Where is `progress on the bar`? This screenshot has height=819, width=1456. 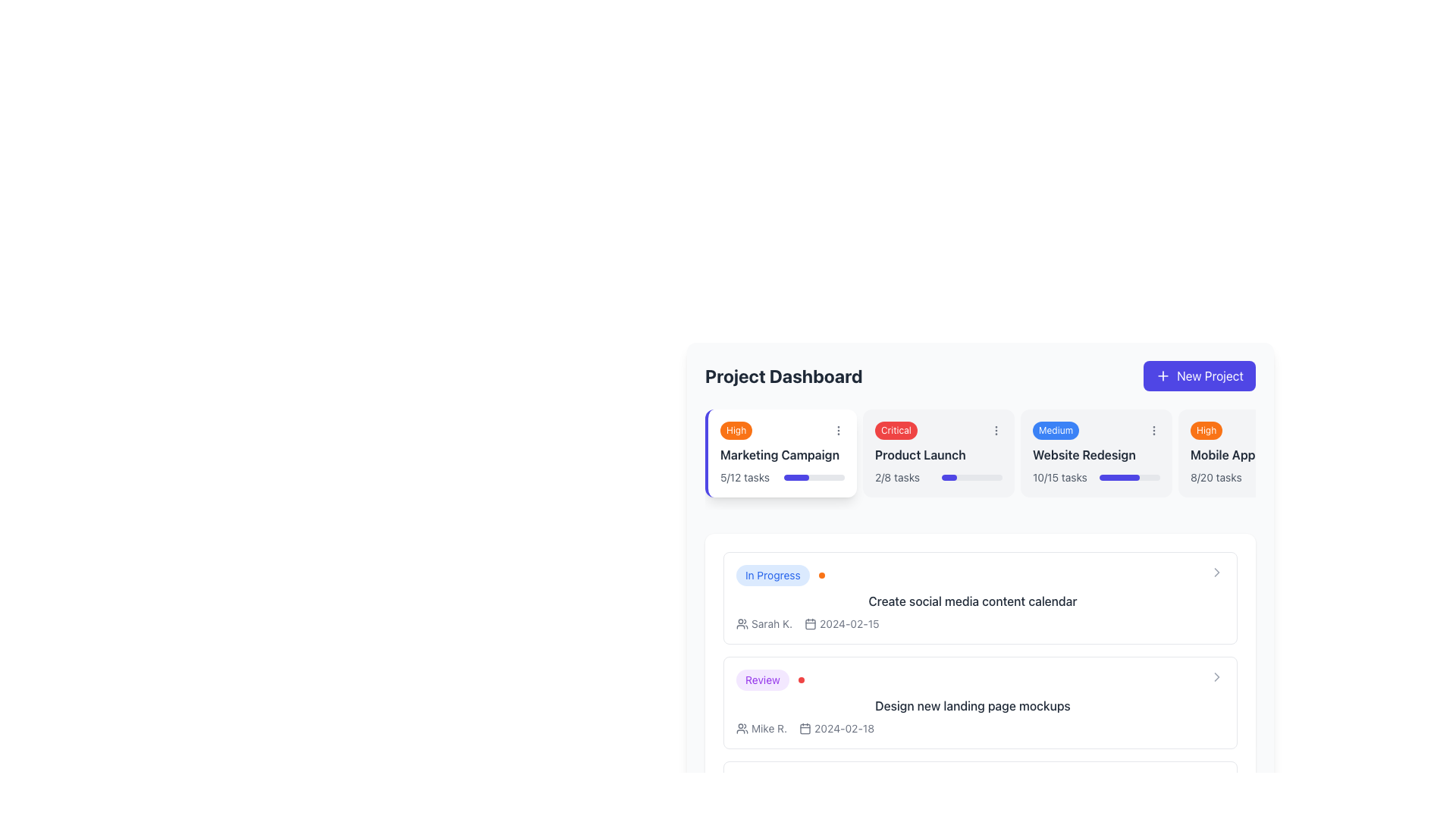
progress on the bar is located at coordinates (795, 476).